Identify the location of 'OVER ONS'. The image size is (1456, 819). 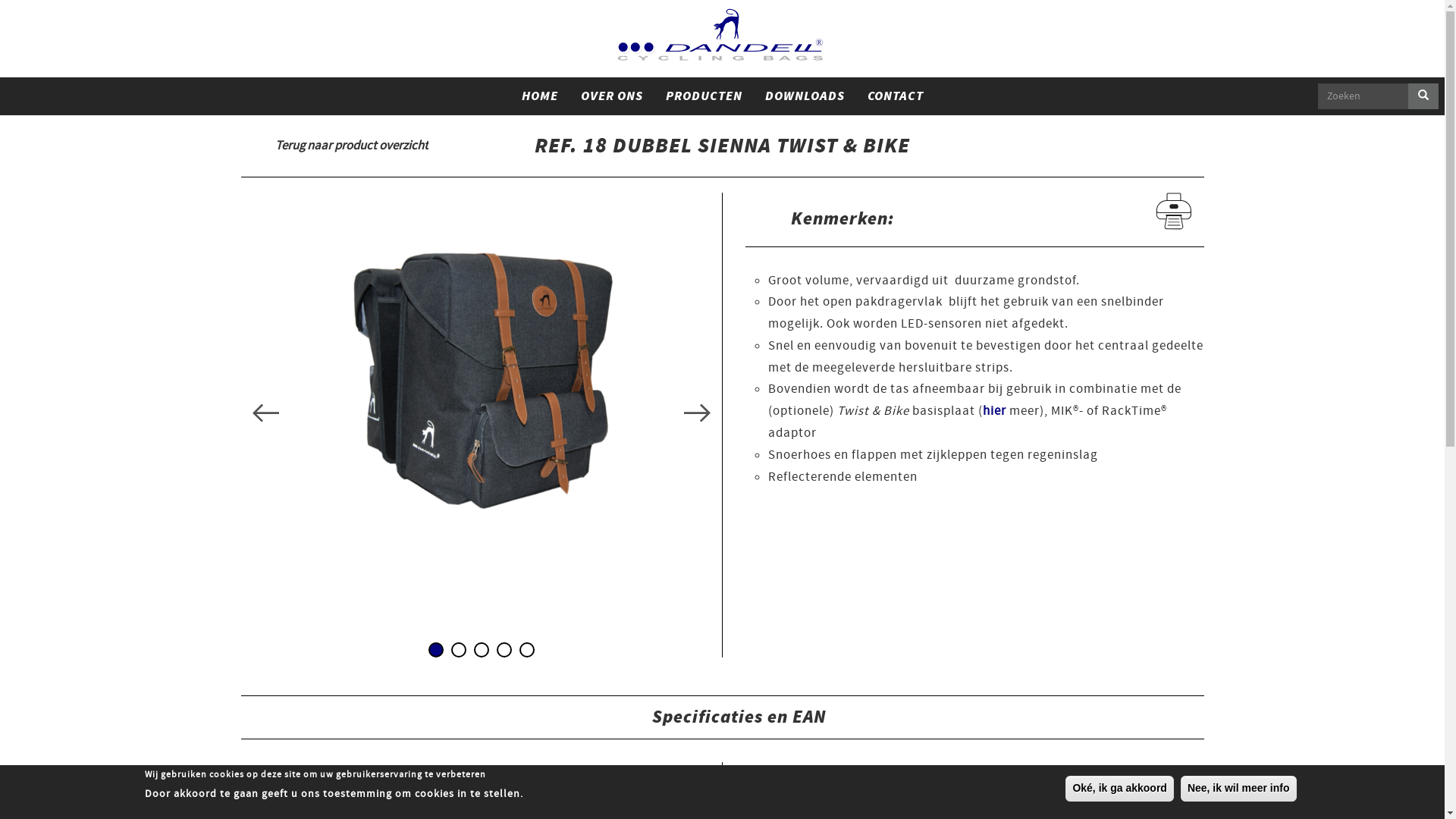
(611, 96).